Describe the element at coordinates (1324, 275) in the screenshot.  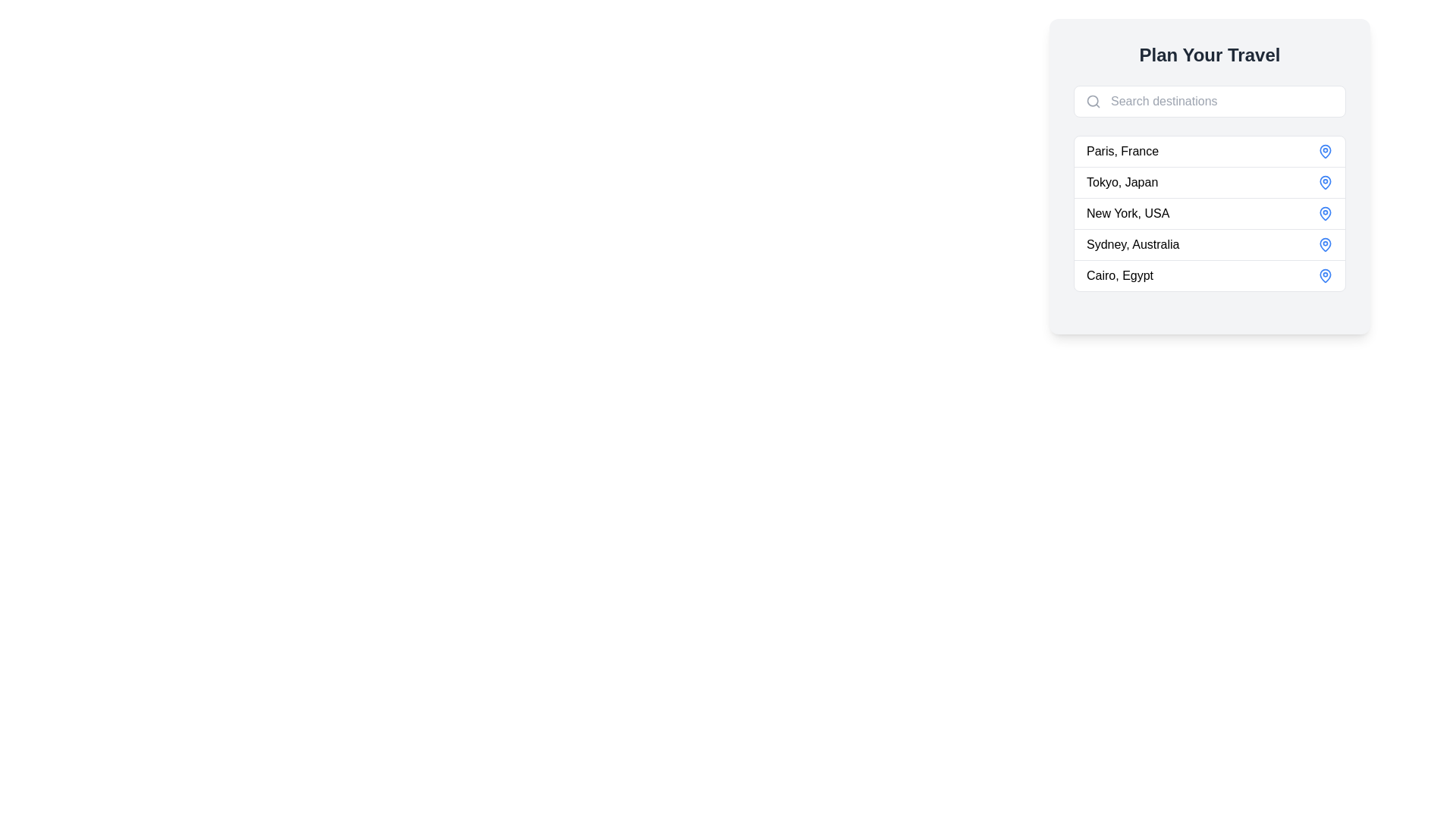
I see `the geographical location icon indicating 'Cairo, Egypt', which is located at the right end of the fifth row in the travel planning interface` at that location.